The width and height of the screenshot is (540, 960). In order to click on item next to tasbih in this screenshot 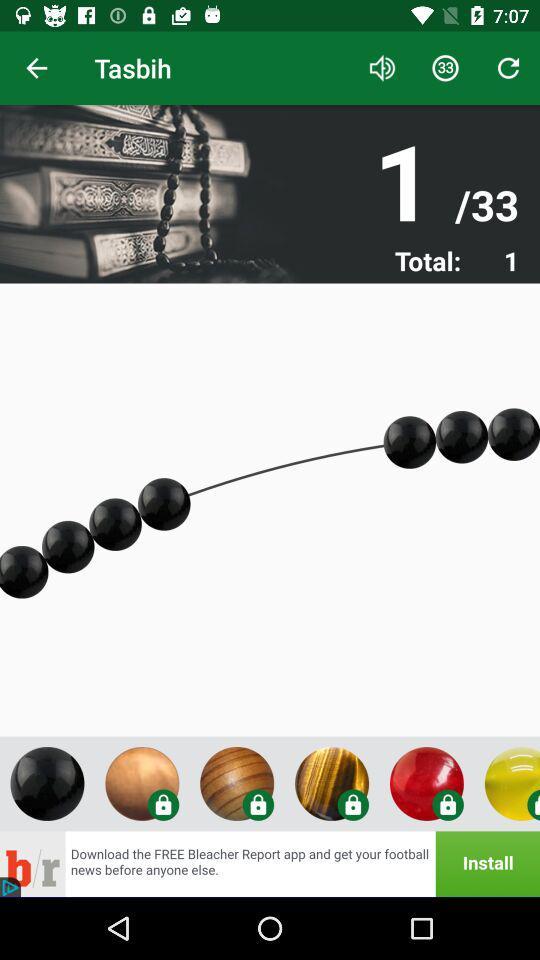, I will do `click(36, 68)`.